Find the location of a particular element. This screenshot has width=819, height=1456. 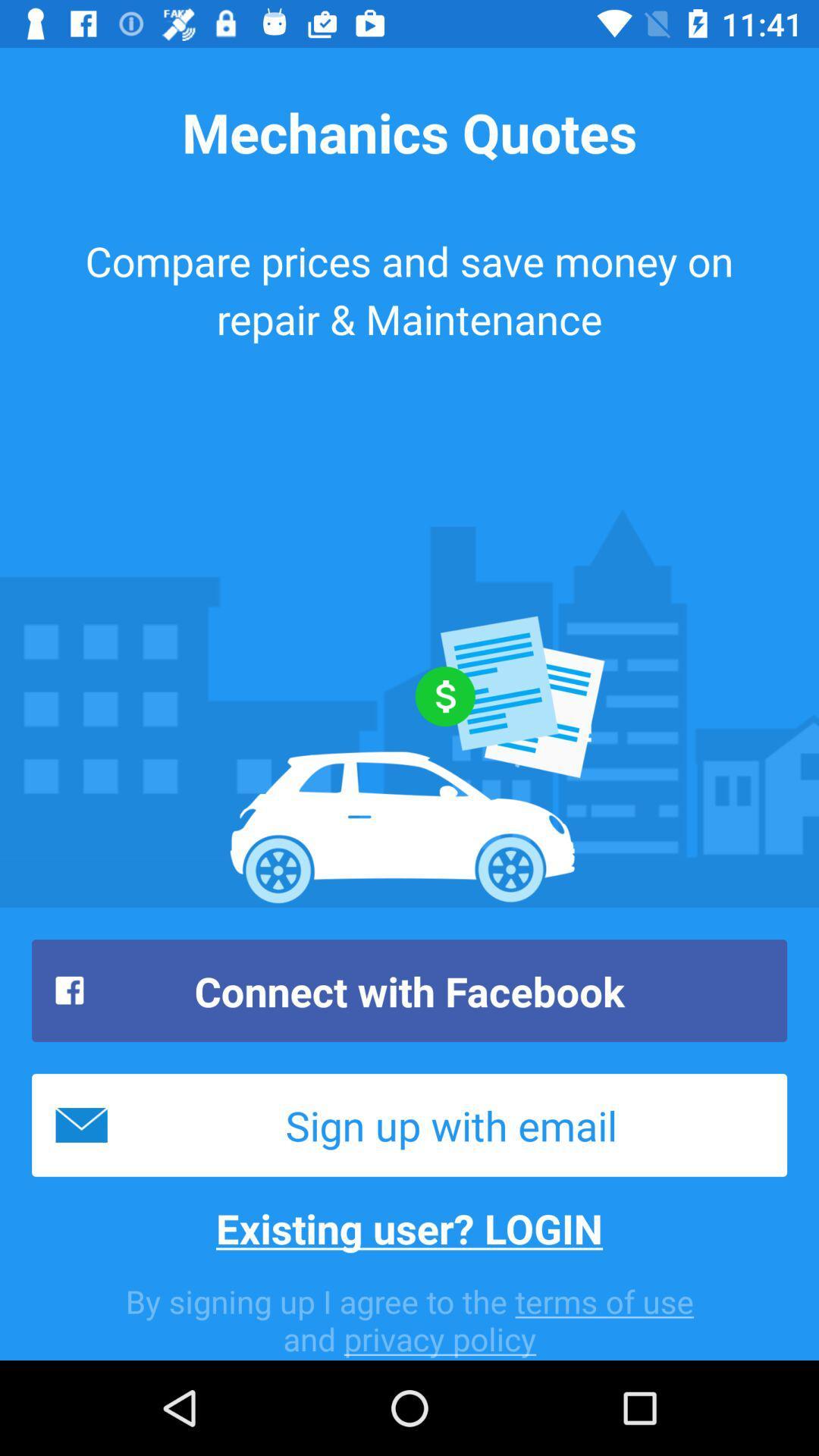

icon above the existing user? login item is located at coordinates (409, 1125).